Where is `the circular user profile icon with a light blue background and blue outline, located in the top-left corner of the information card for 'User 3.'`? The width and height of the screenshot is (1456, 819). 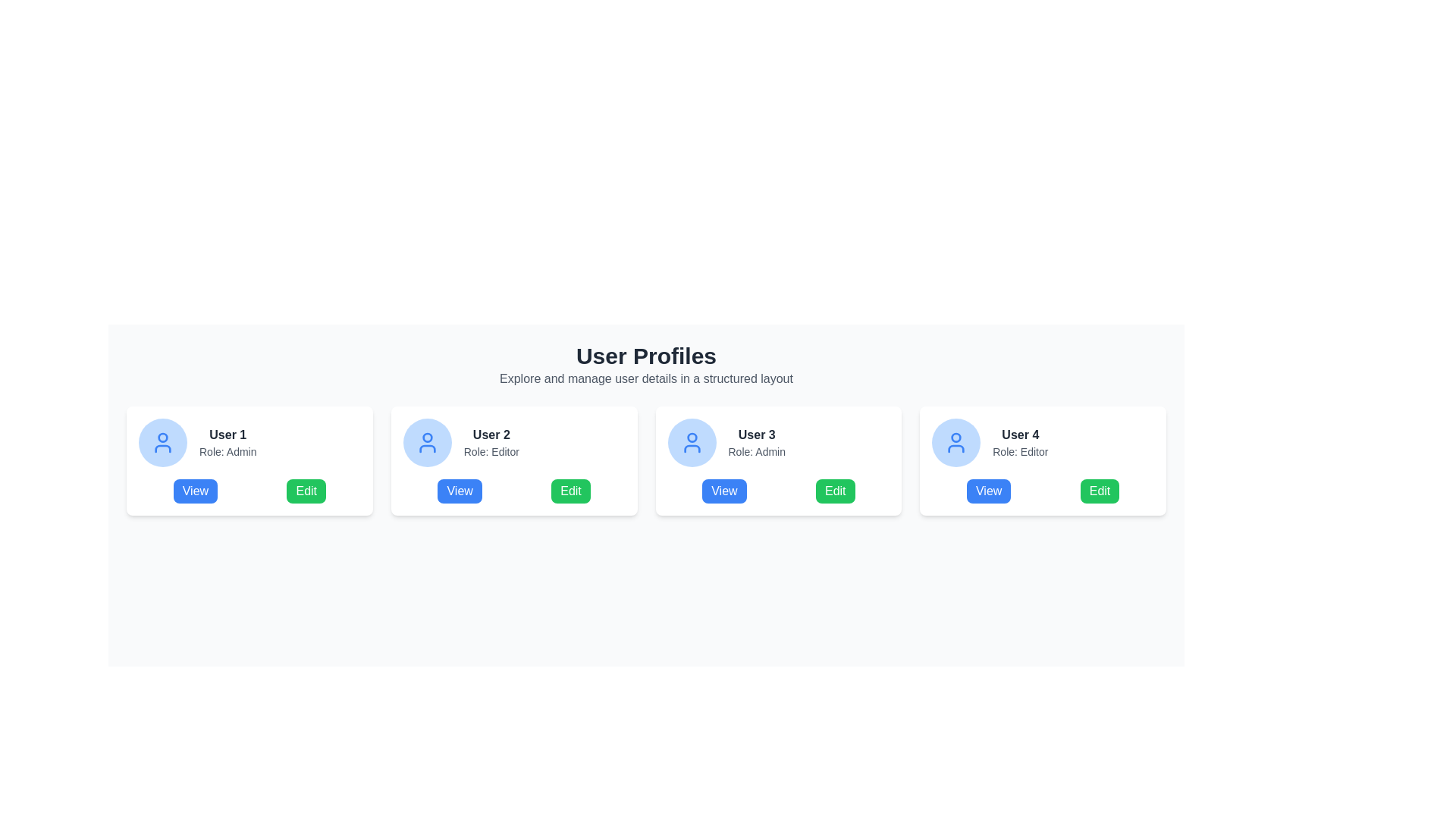 the circular user profile icon with a light blue background and blue outline, located in the top-left corner of the information card for 'User 3.' is located at coordinates (691, 442).